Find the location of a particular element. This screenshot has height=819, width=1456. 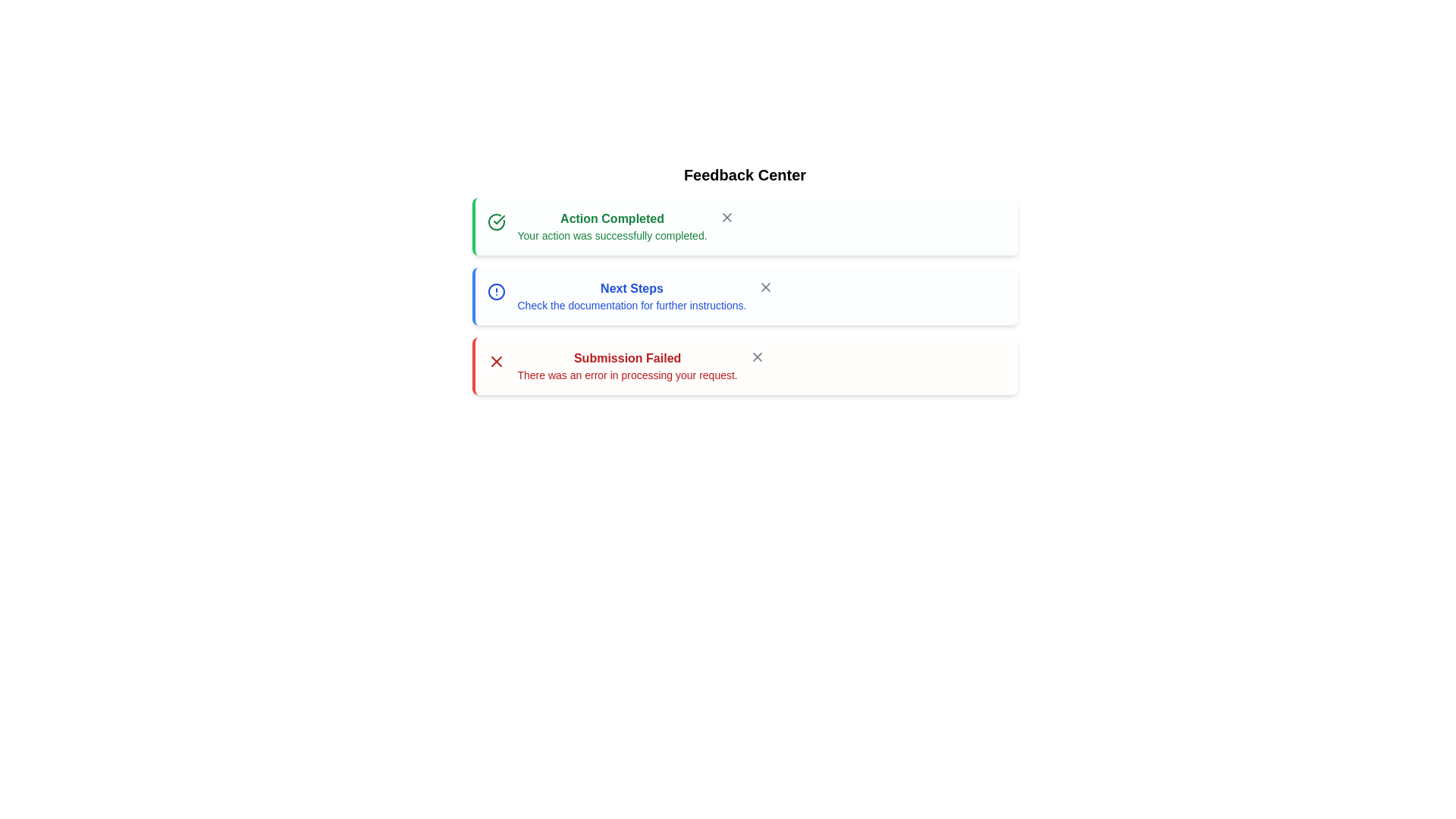

the alert with title Action Completed and read its message is located at coordinates (745, 227).